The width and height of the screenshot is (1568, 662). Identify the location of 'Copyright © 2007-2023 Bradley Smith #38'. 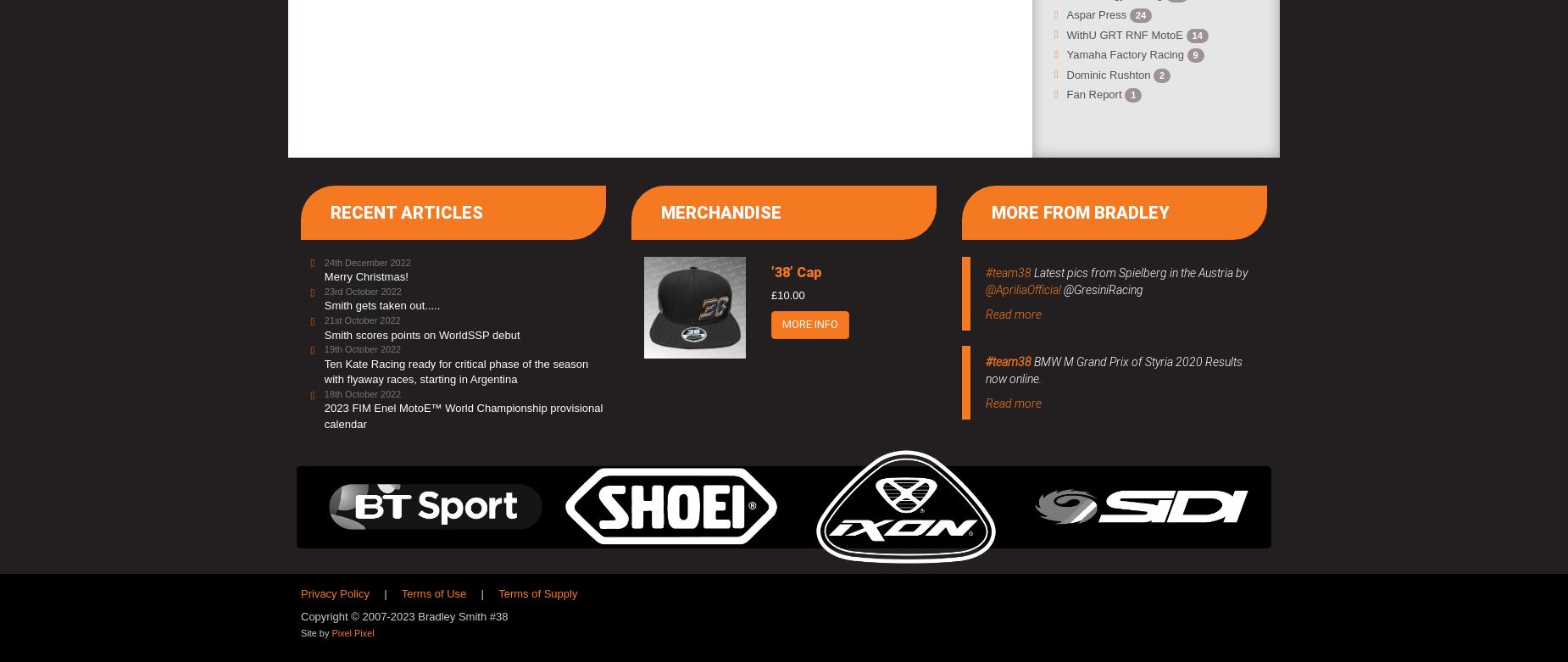
(403, 615).